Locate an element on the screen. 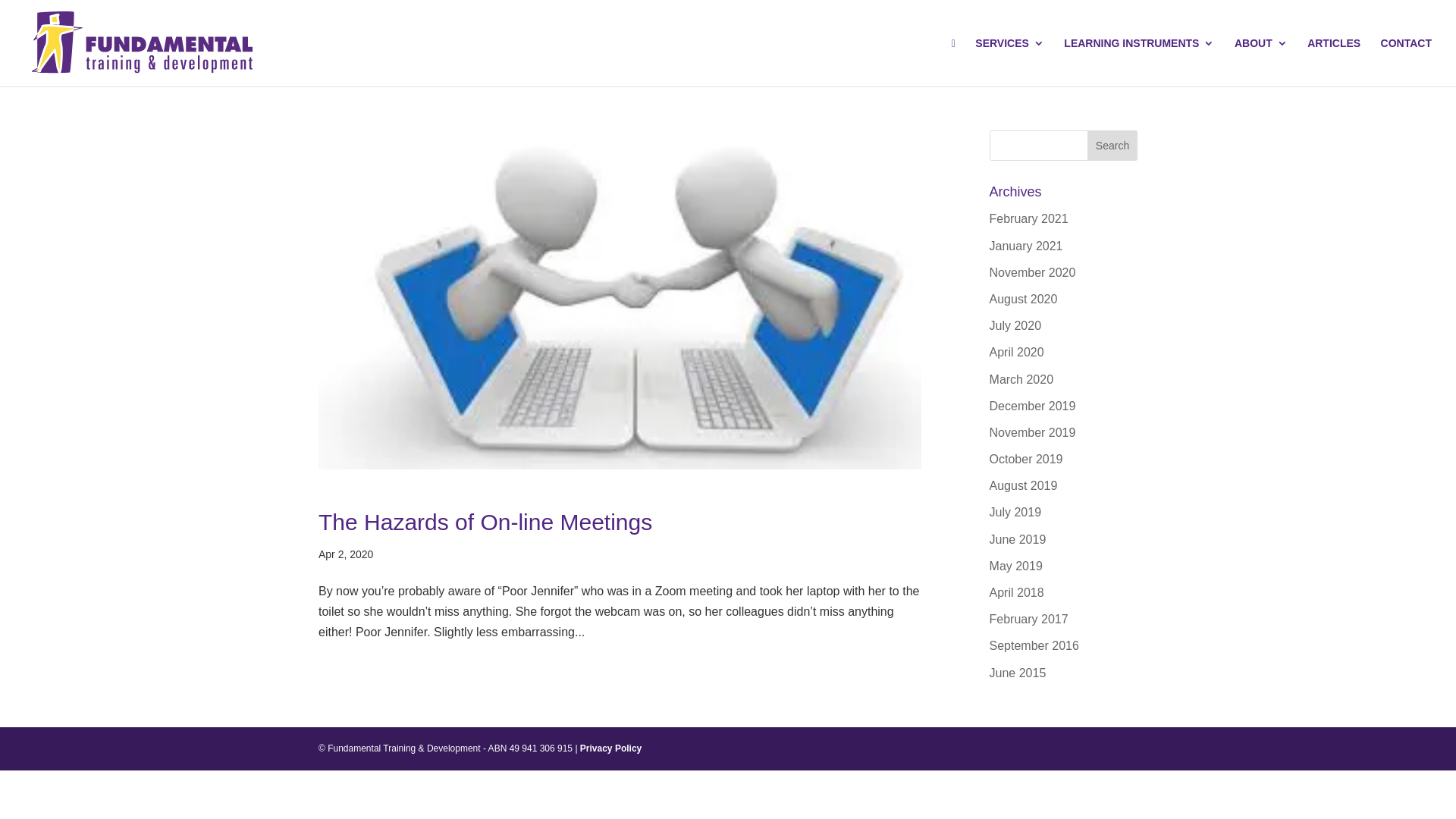 This screenshot has height=819, width=1456. 'September 2016' is located at coordinates (1033, 645).